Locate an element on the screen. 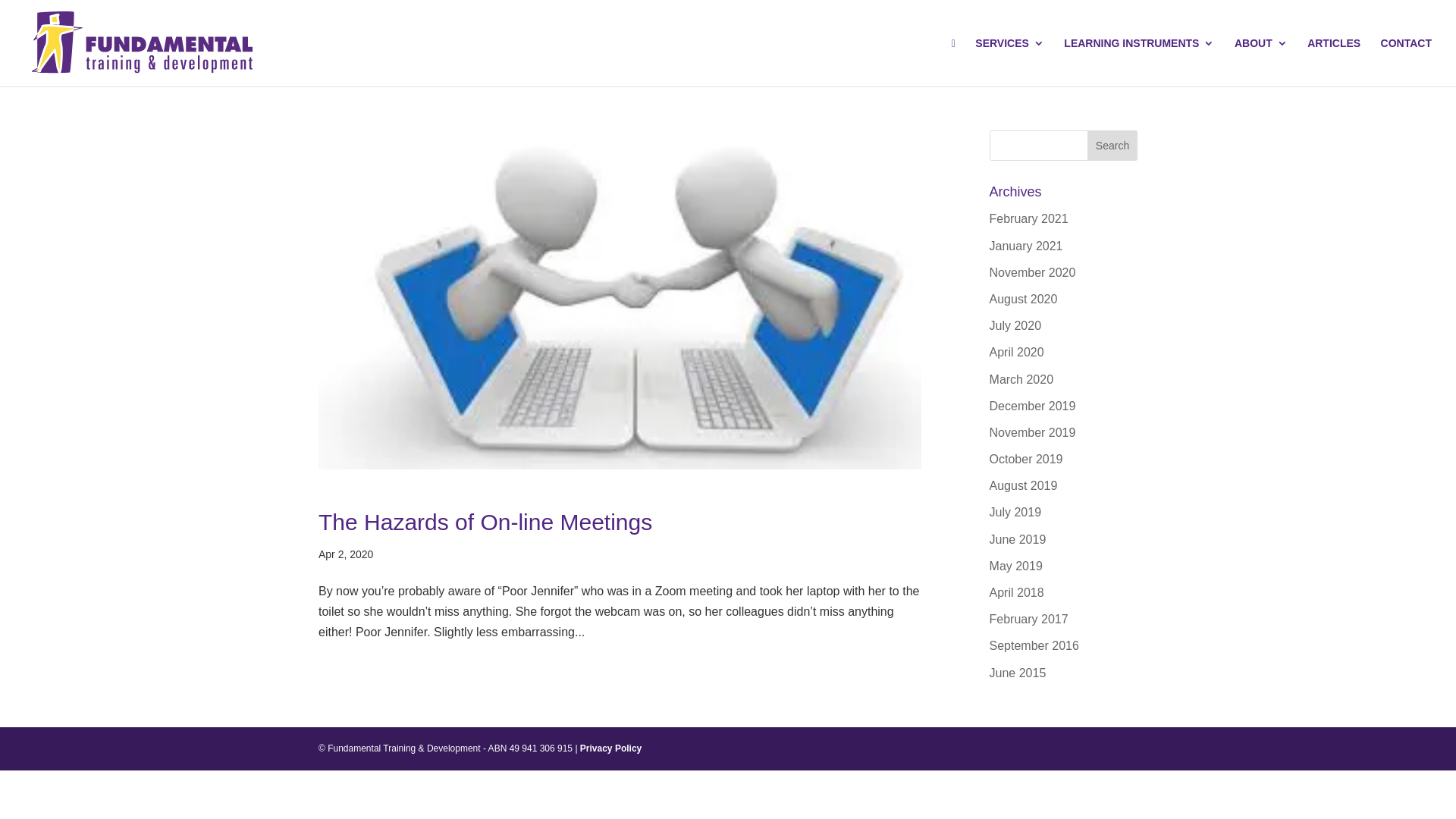 This screenshot has height=819, width=1456. 'September 2016' is located at coordinates (1033, 645).